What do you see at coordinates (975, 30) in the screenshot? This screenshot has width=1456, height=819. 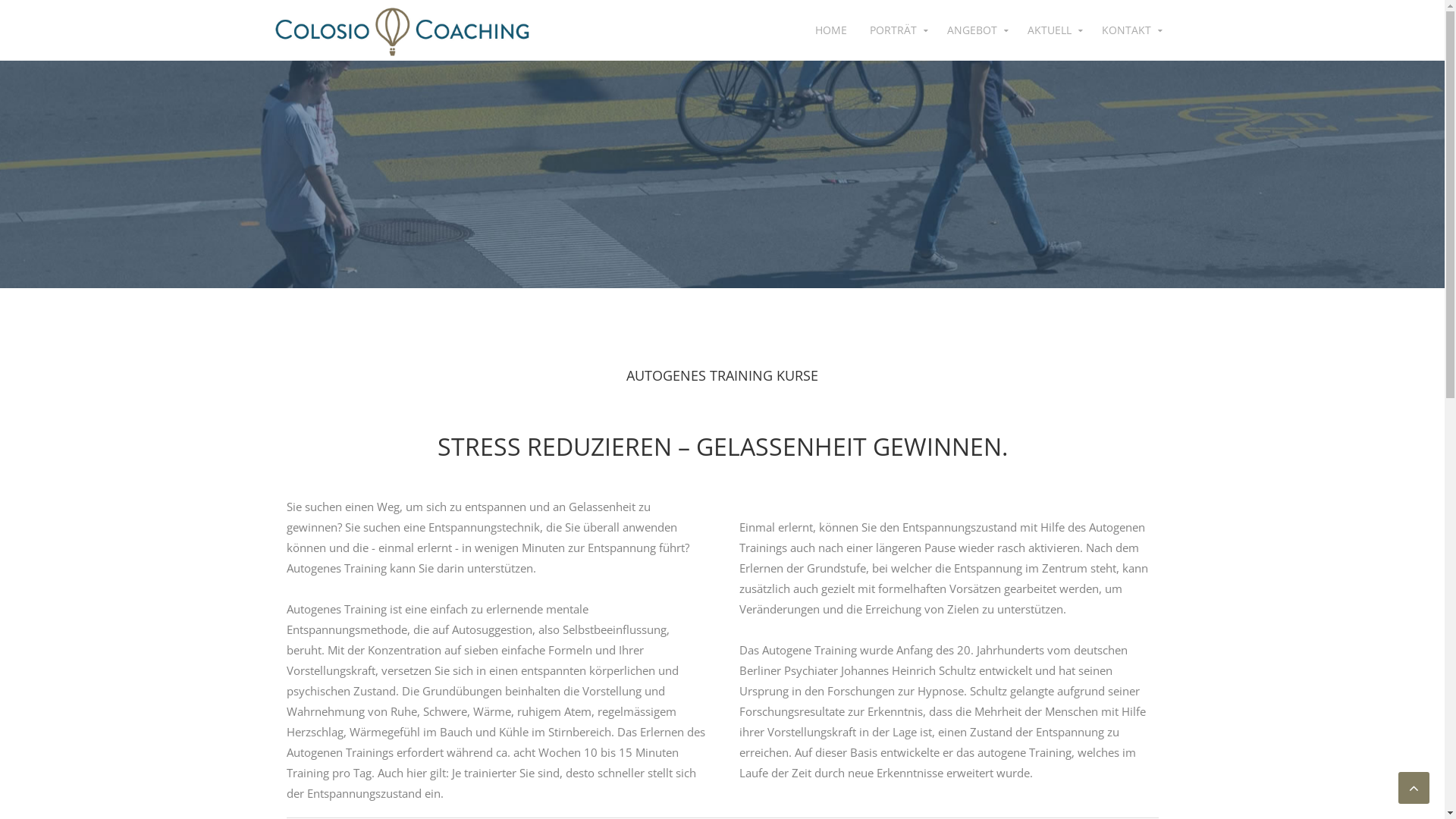 I see `'ANGEBOT'` at bounding box center [975, 30].